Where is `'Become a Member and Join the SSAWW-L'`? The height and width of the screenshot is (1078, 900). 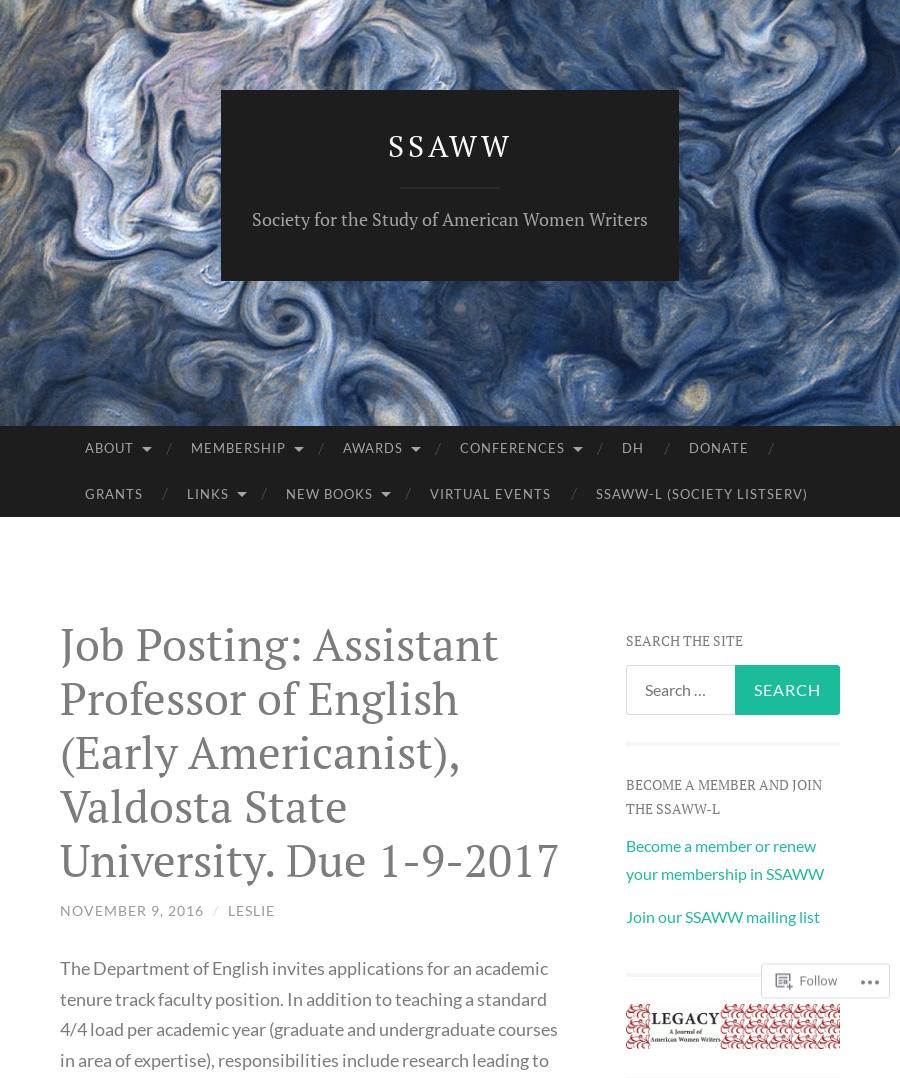 'Become a Member and Join the SSAWW-L' is located at coordinates (721, 794).